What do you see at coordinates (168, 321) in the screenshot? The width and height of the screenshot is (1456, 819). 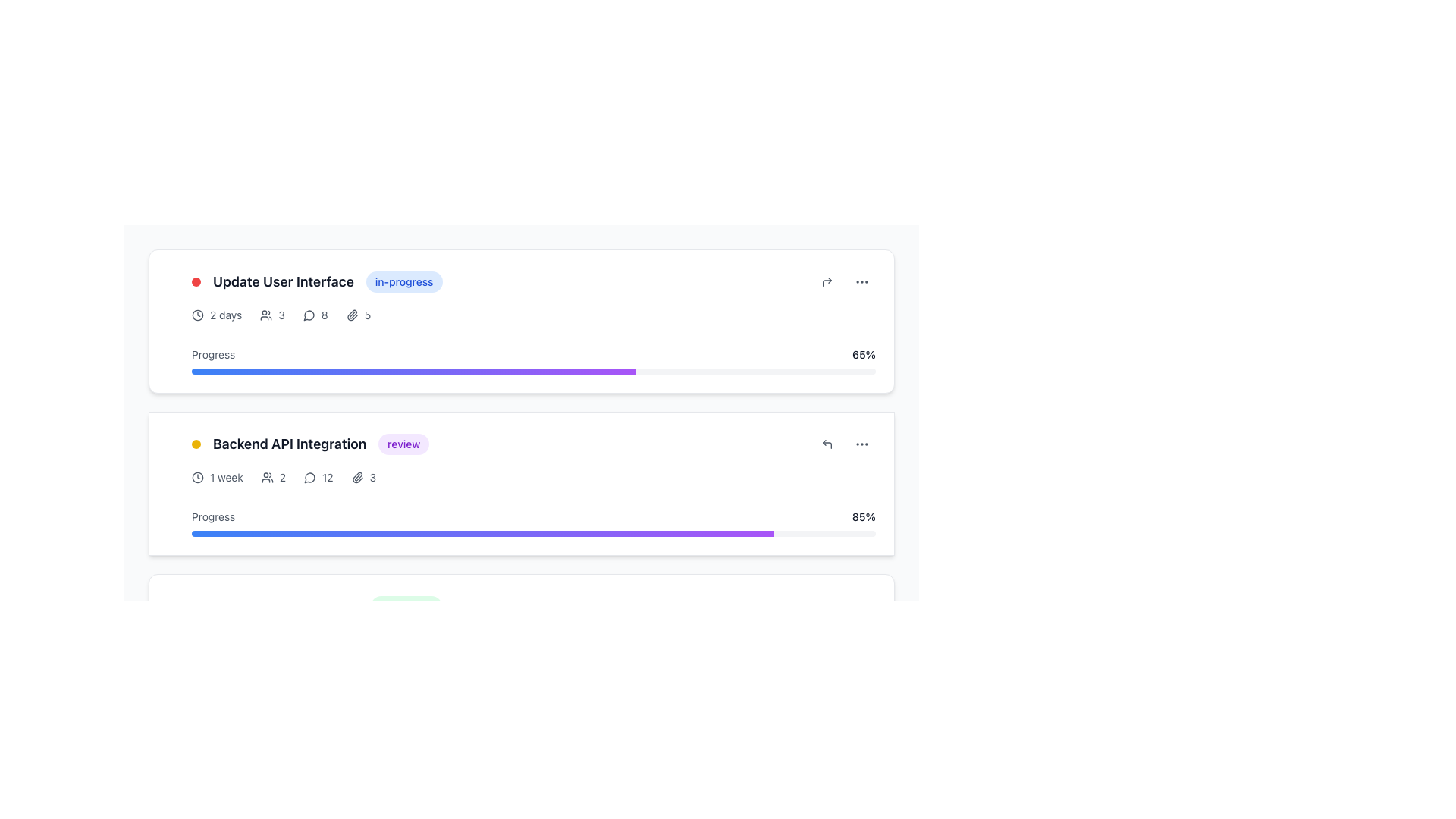 I see `the Drag handle located at the far left of the 'Update User Interface' card` at bounding box center [168, 321].